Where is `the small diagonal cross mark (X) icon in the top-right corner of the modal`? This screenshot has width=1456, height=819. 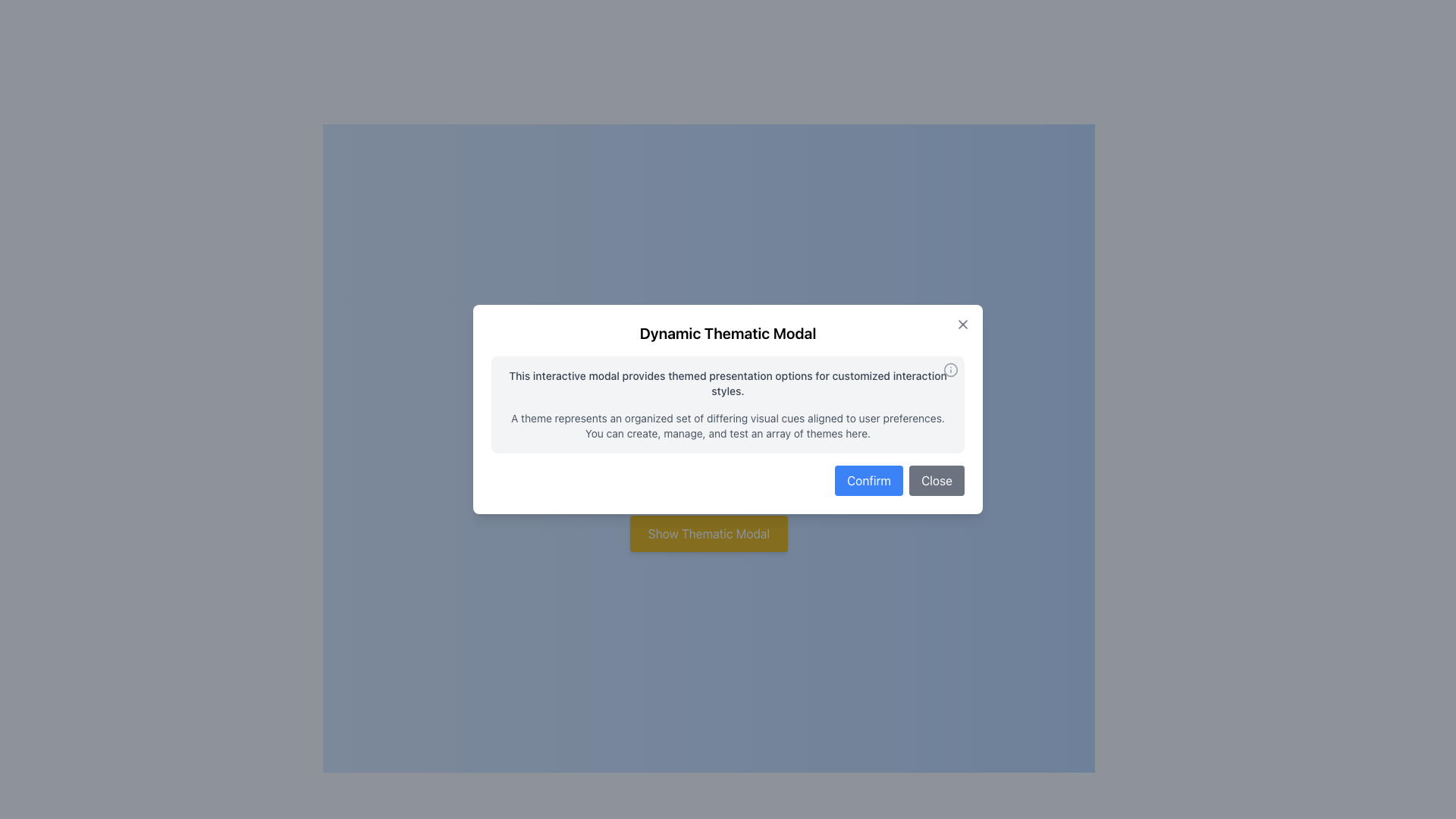
the small diagonal cross mark (X) icon in the top-right corner of the modal is located at coordinates (962, 324).